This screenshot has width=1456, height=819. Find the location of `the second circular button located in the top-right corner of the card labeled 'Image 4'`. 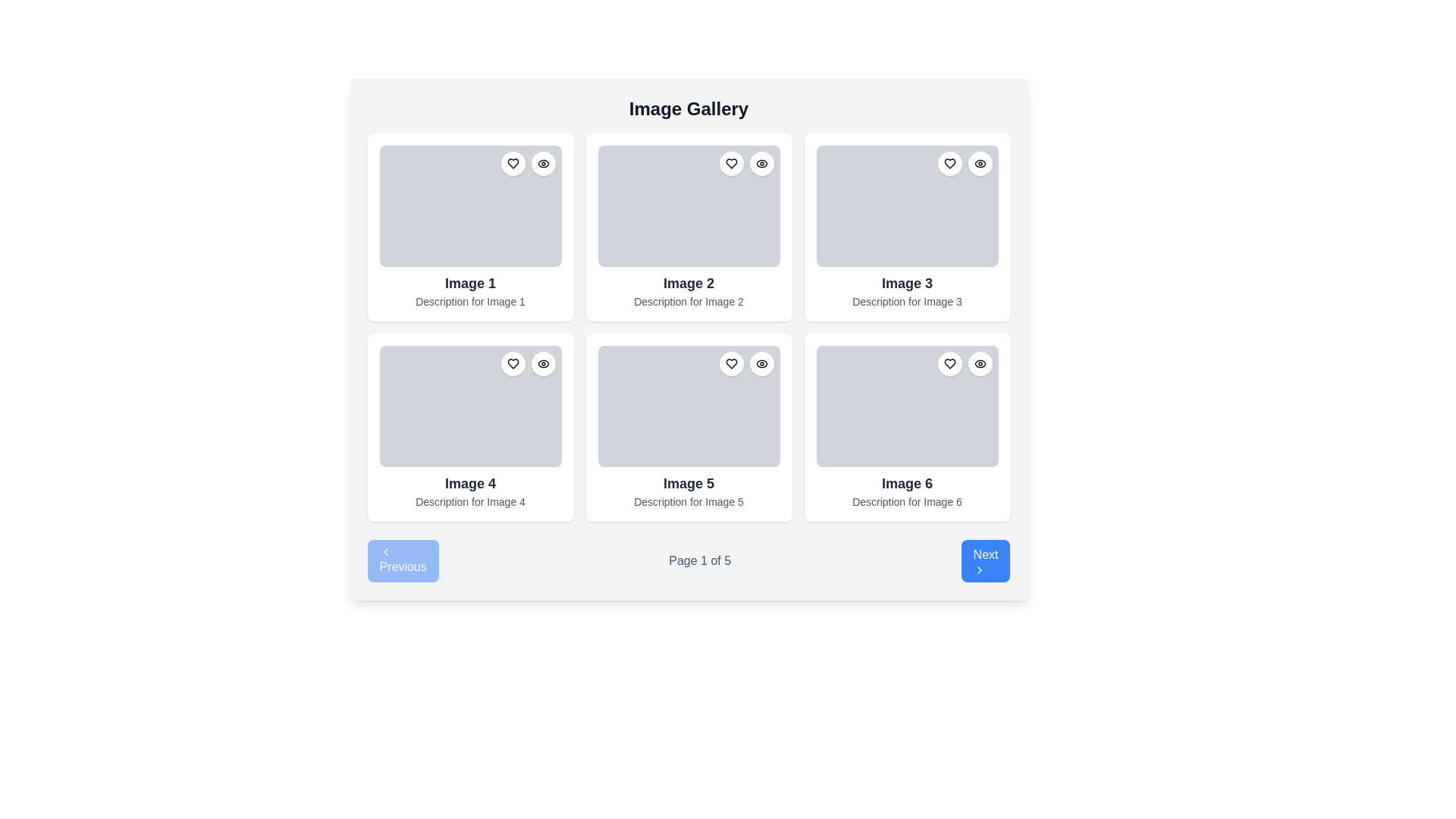

the second circular button located in the top-right corner of the card labeled 'Image 4' is located at coordinates (543, 363).